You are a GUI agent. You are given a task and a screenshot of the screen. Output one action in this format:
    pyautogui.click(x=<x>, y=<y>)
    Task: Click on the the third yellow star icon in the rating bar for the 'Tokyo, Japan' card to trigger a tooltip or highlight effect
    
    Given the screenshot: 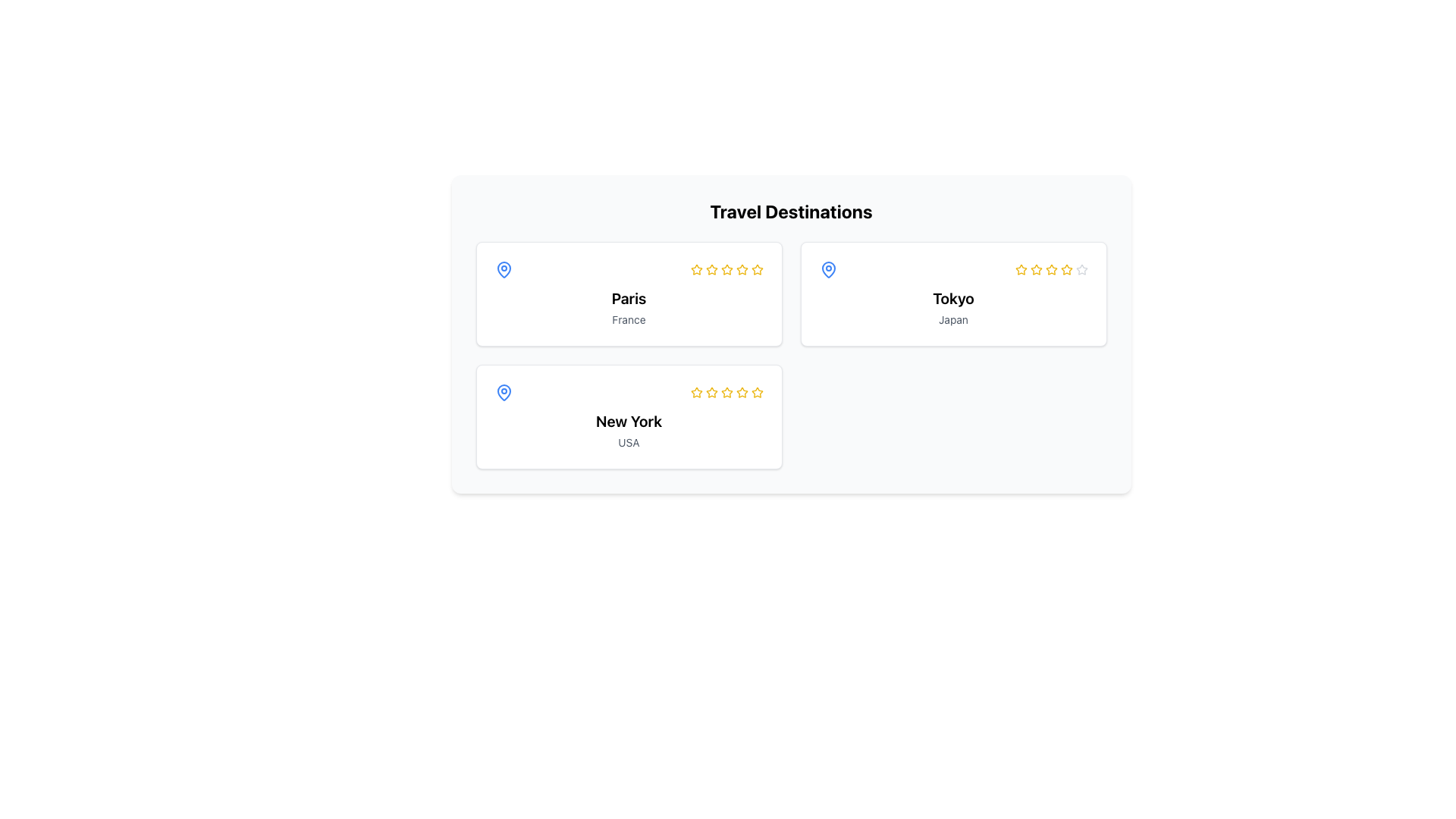 What is the action you would take?
    pyautogui.click(x=1035, y=268)
    